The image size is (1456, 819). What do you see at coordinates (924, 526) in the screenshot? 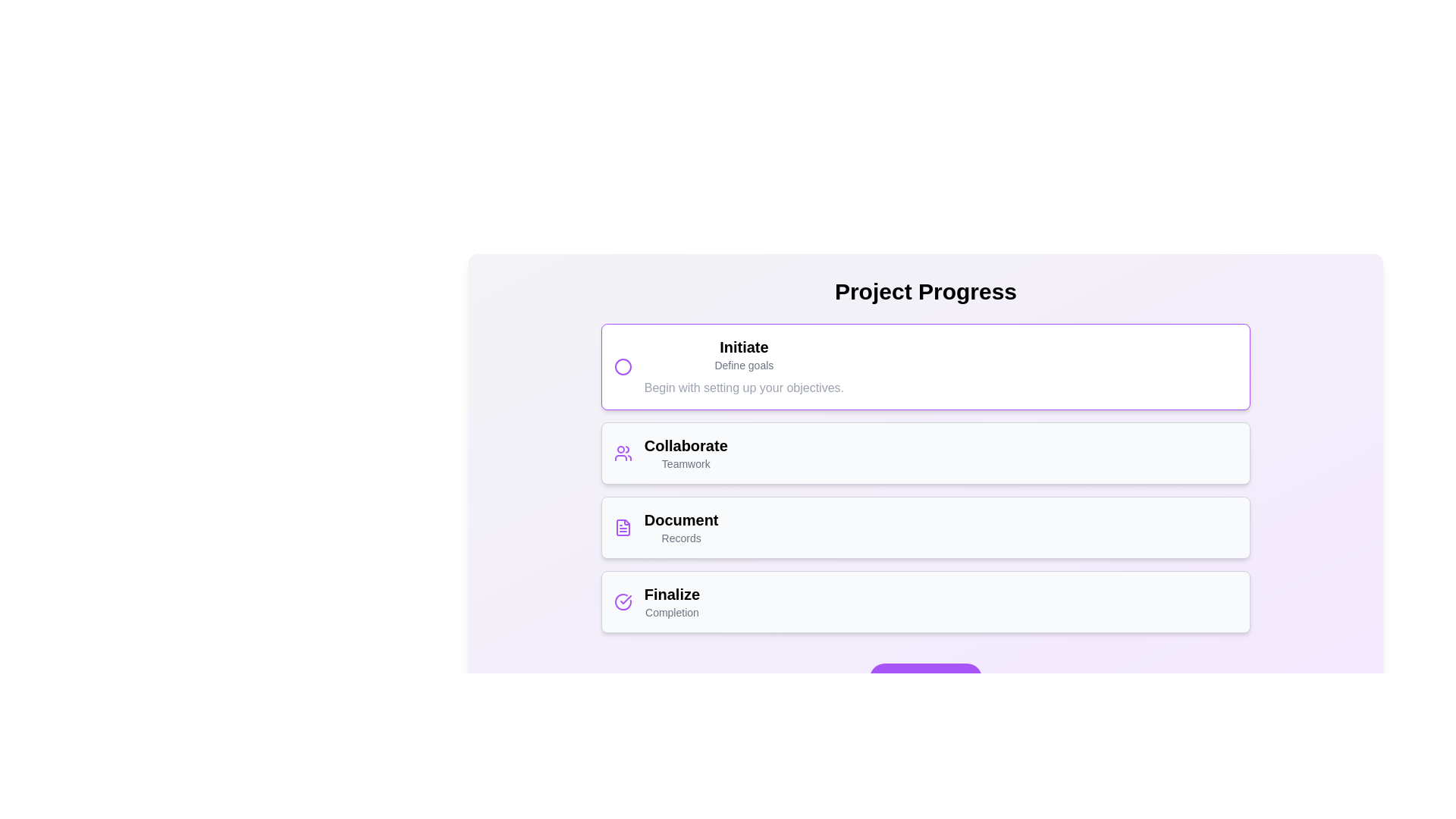
I see `the informational component labeled 'Document' that provides a description of 'Records', located vertically between 'Collaborate - Teamwork' and 'Finalize - Completion'` at bounding box center [924, 526].